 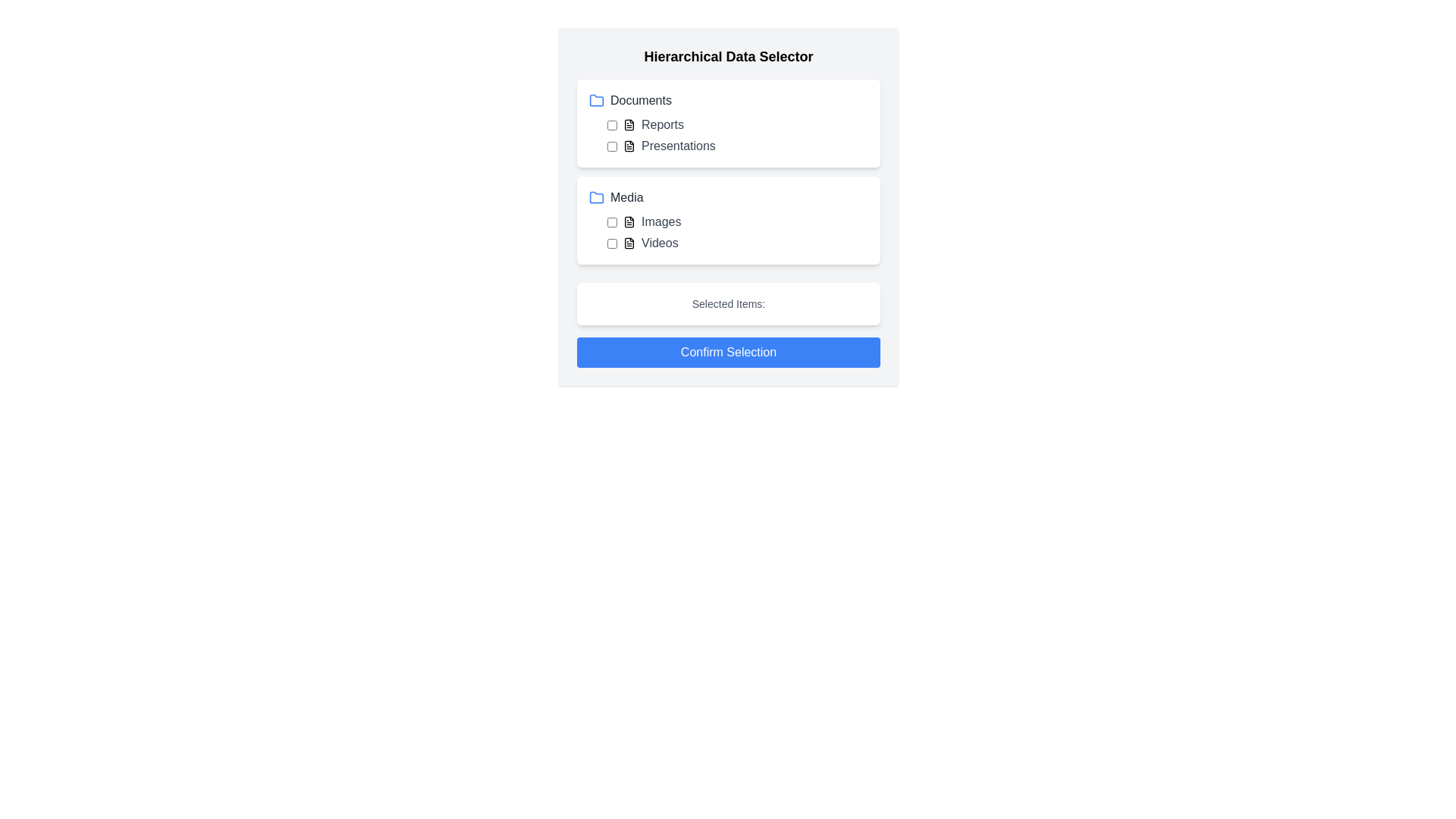 What do you see at coordinates (641, 100) in the screenshot?
I see `the Static text label indicating the 'Documents' category, located at the top-left of the selection pane, adjacent to the blue folder icon` at bounding box center [641, 100].